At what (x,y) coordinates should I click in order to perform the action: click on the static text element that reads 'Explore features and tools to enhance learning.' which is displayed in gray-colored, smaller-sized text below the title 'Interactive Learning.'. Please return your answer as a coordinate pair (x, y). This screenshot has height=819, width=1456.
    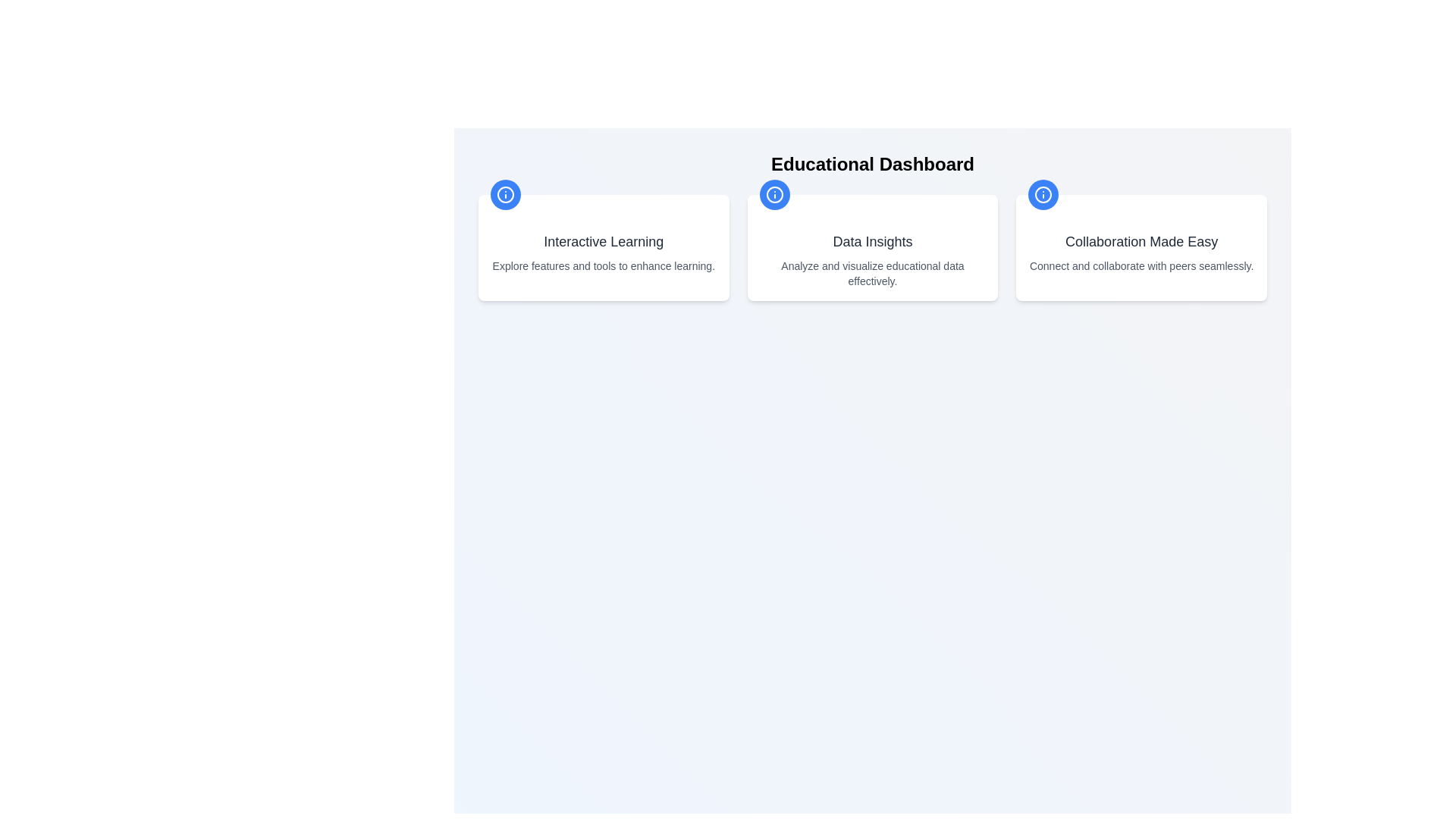
    Looking at the image, I should click on (603, 265).